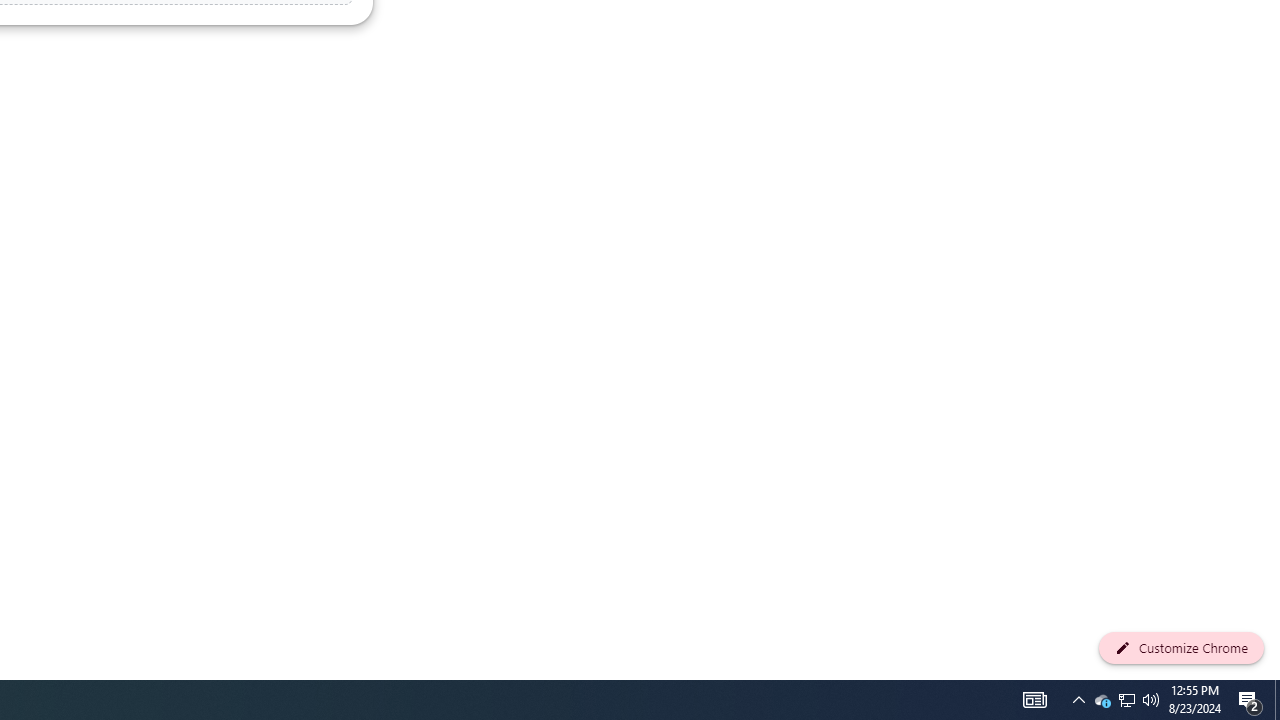  What do you see at coordinates (1151, 698) in the screenshot?
I see `'Q2790: 100%'` at bounding box center [1151, 698].